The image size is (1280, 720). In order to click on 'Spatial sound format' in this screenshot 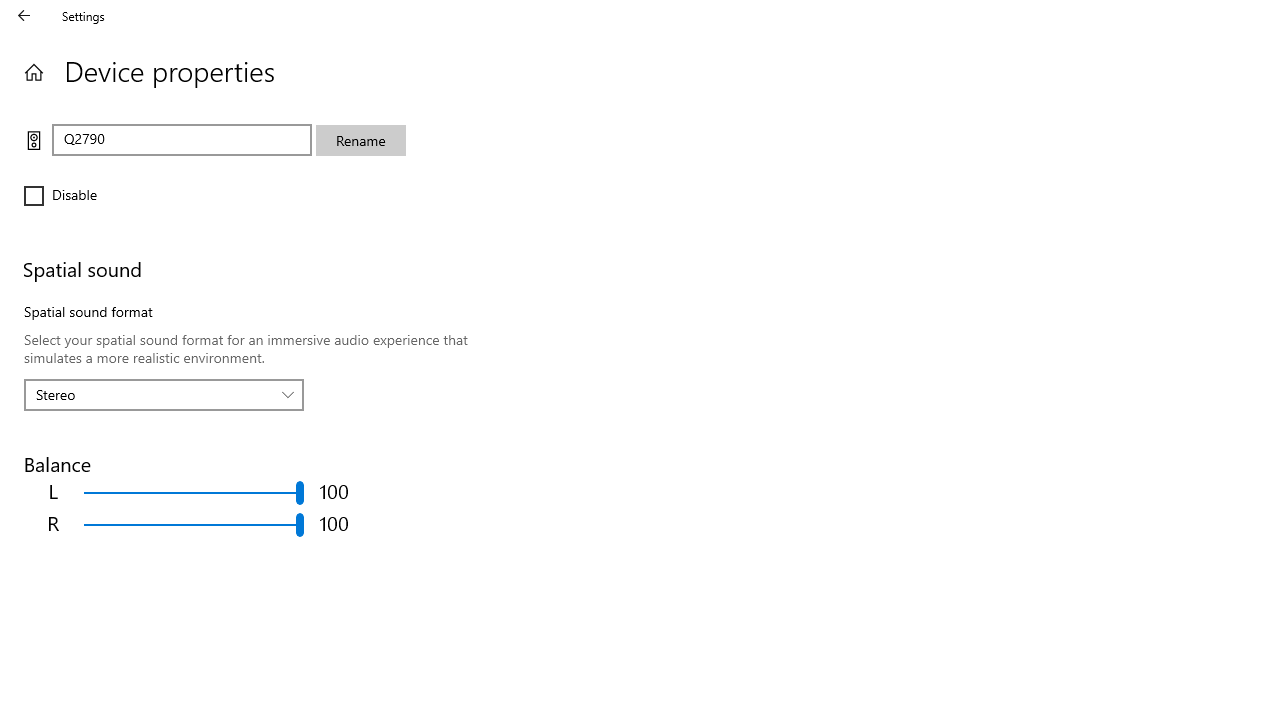, I will do `click(164, 394)`.